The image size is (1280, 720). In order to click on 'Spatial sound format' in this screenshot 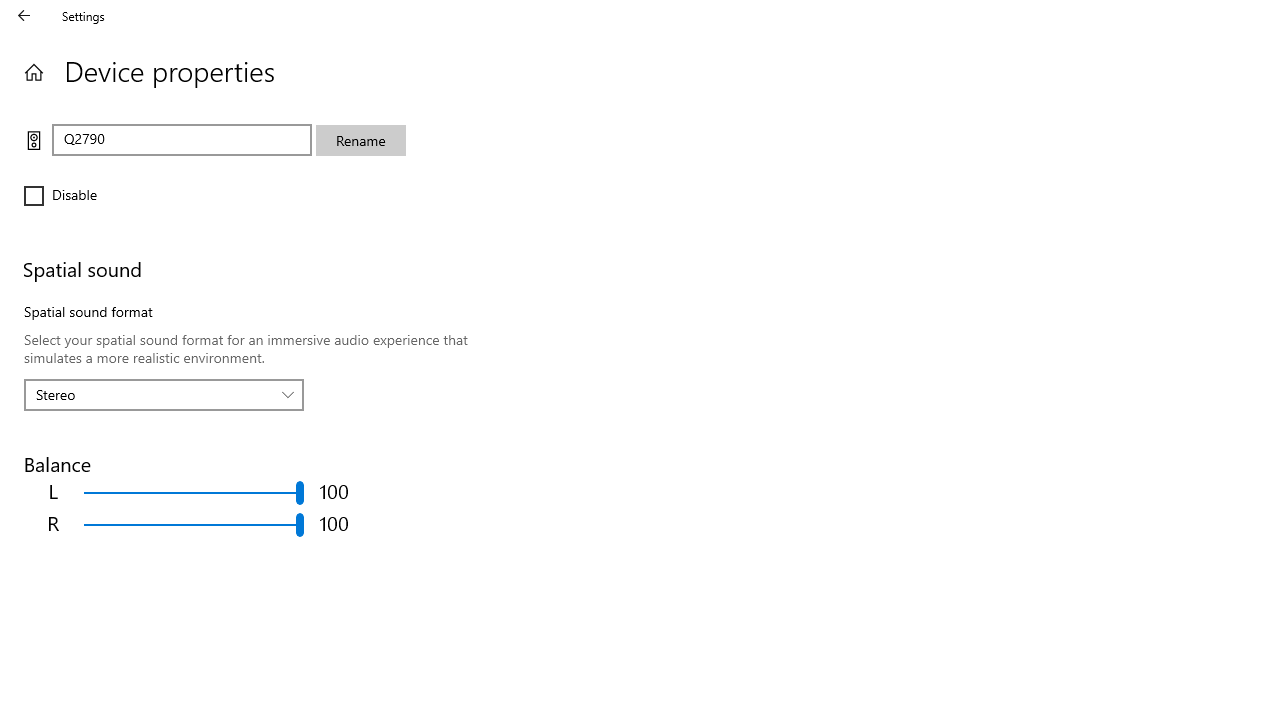, I will do `click(164, 394)`.